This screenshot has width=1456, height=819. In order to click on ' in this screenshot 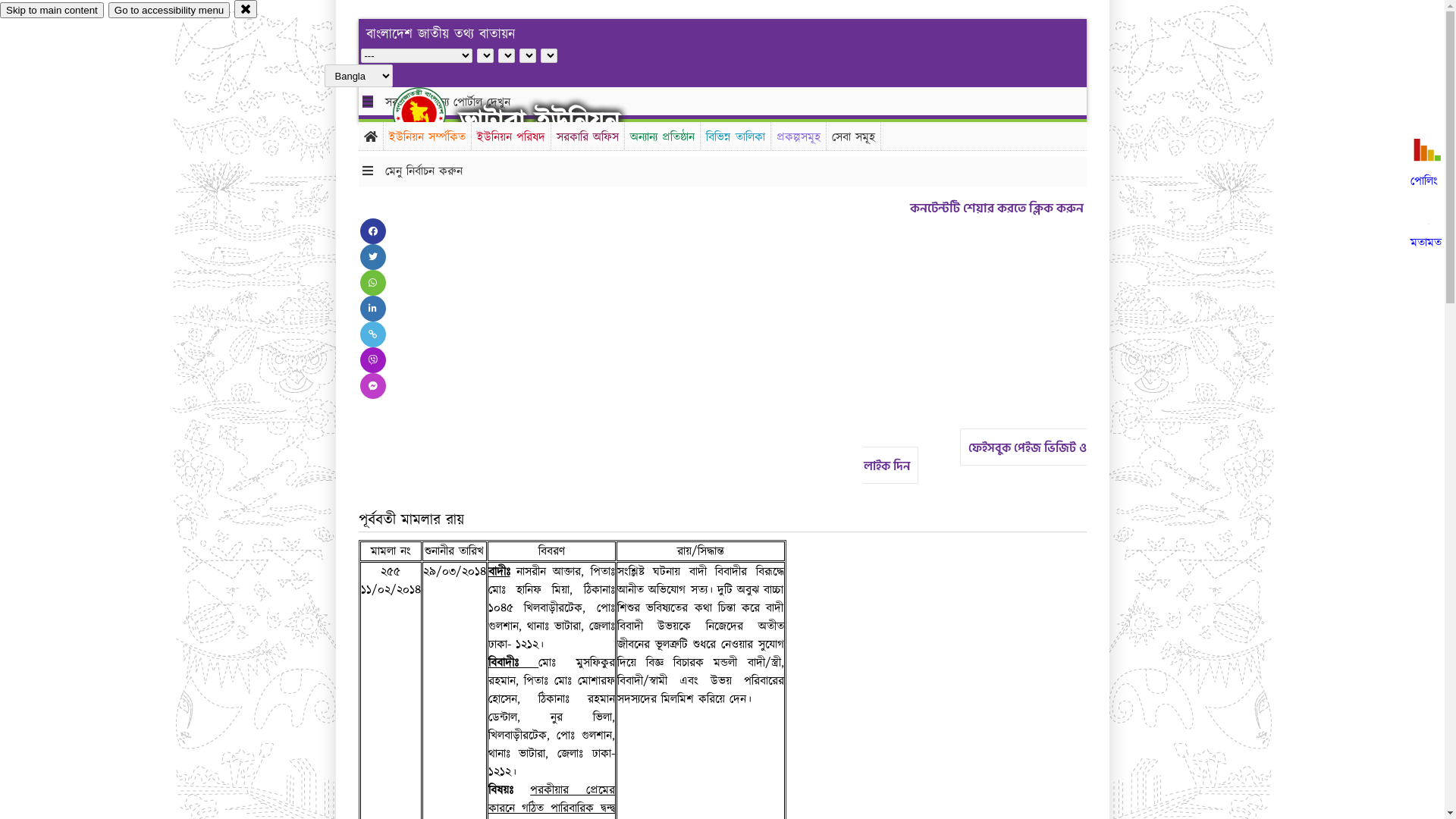, I will do `click(431, 112)`.